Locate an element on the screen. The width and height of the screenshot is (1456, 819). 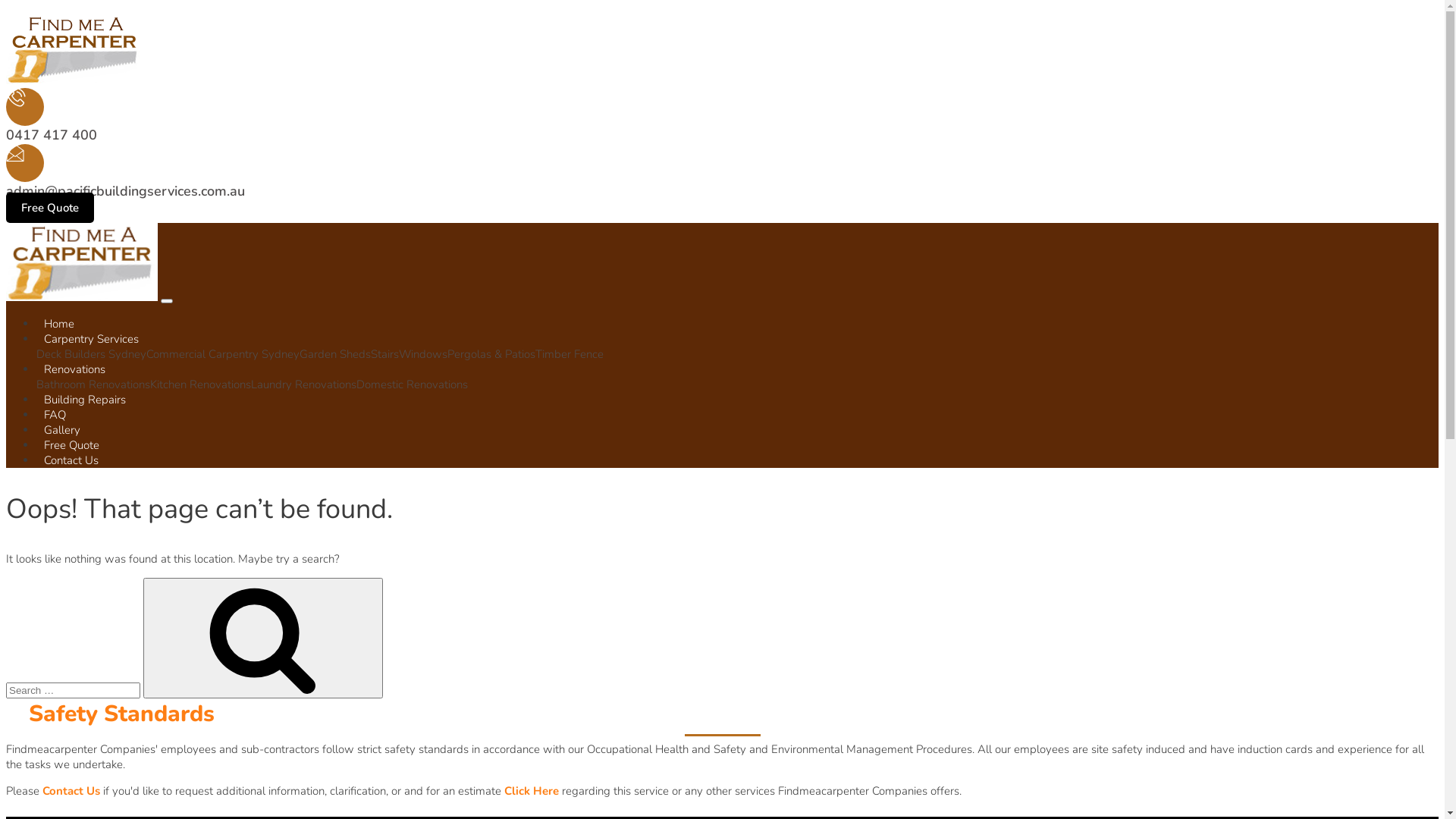
'Renovations' is located at coordinates (74, 369).